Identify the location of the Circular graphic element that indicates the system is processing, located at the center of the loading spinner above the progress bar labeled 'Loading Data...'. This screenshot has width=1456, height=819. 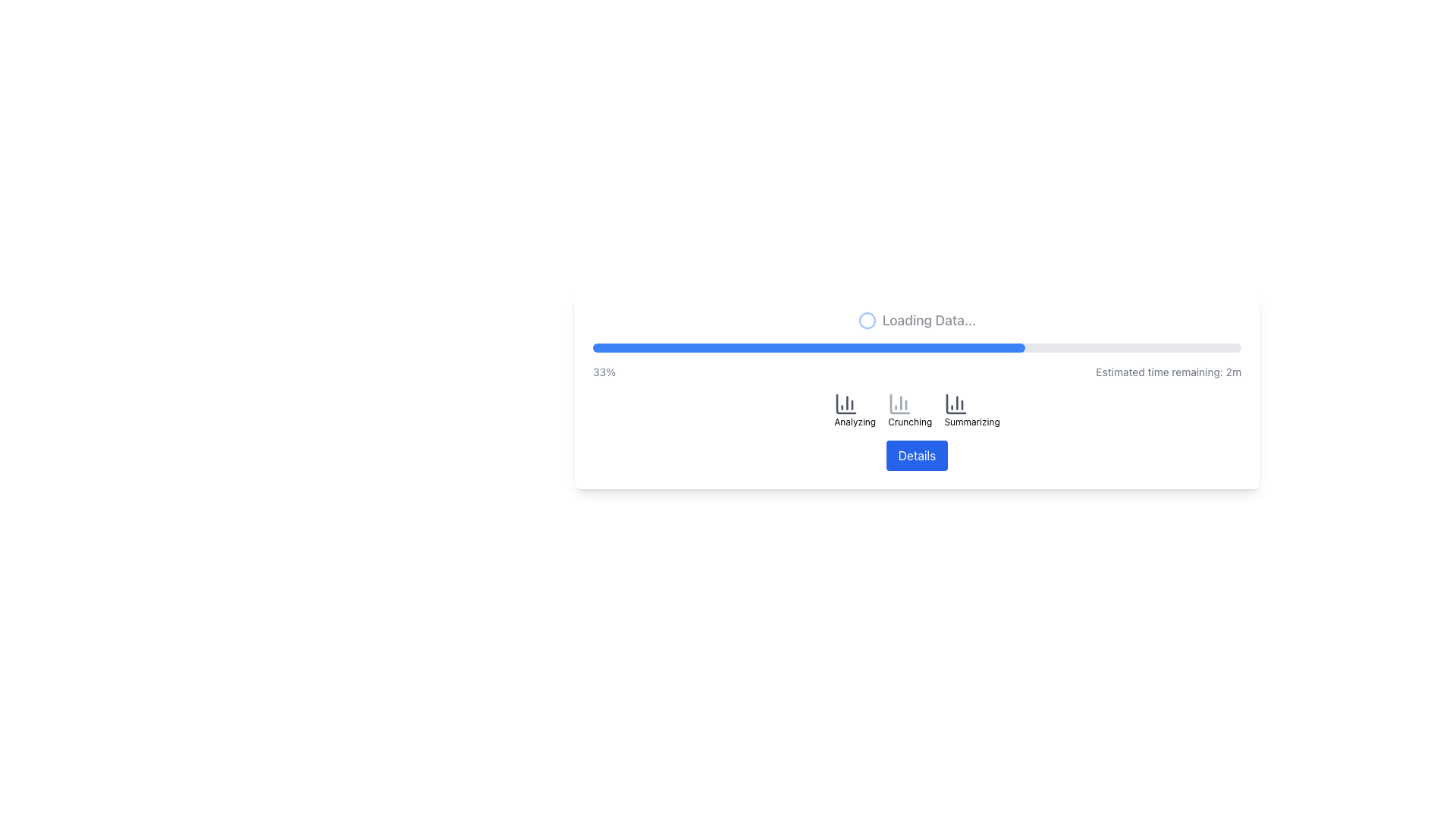
(867, 320).